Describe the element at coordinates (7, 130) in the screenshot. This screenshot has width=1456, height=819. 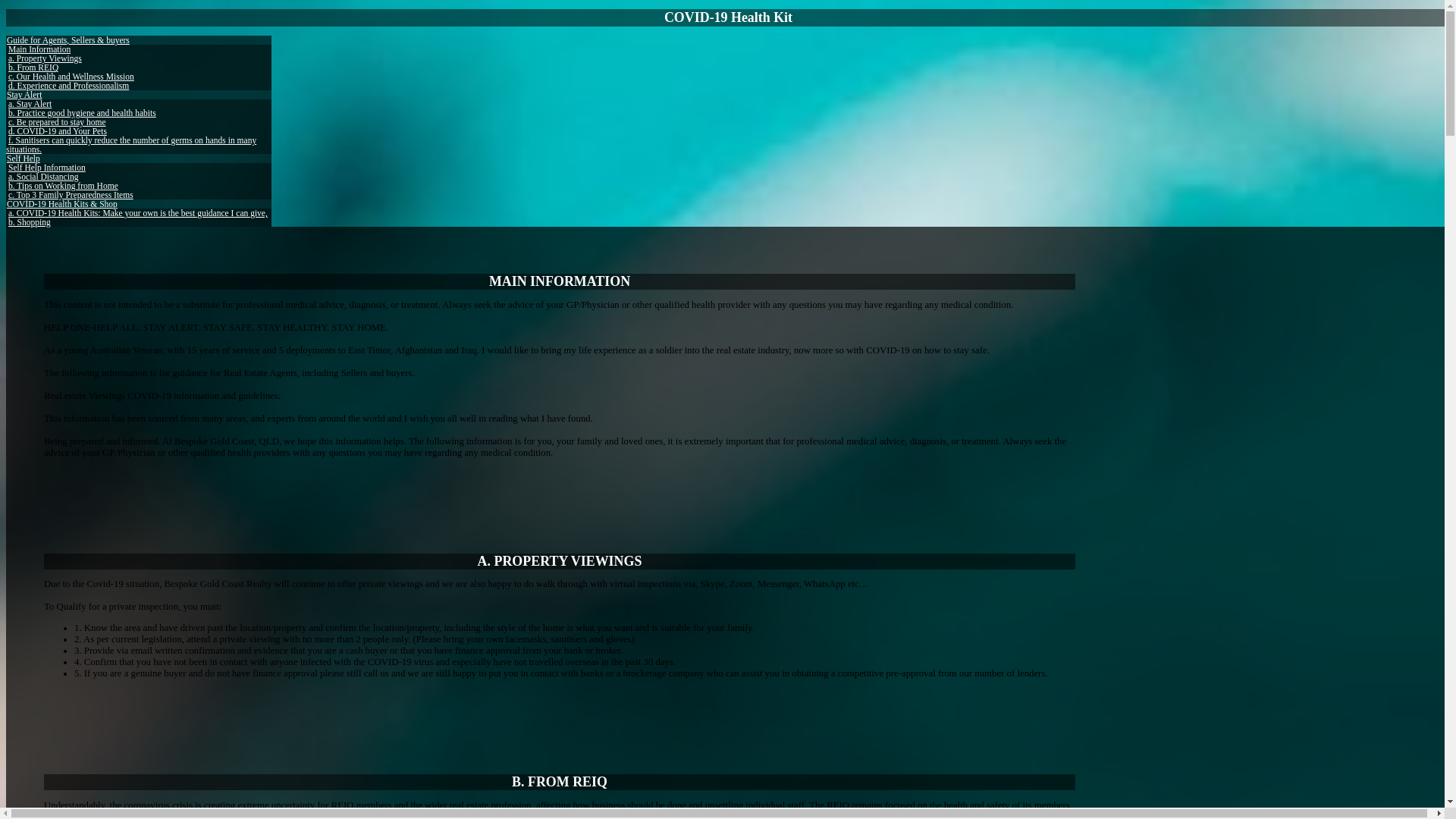
I see `'d. COVID-19 and Your Pets'` at that location.